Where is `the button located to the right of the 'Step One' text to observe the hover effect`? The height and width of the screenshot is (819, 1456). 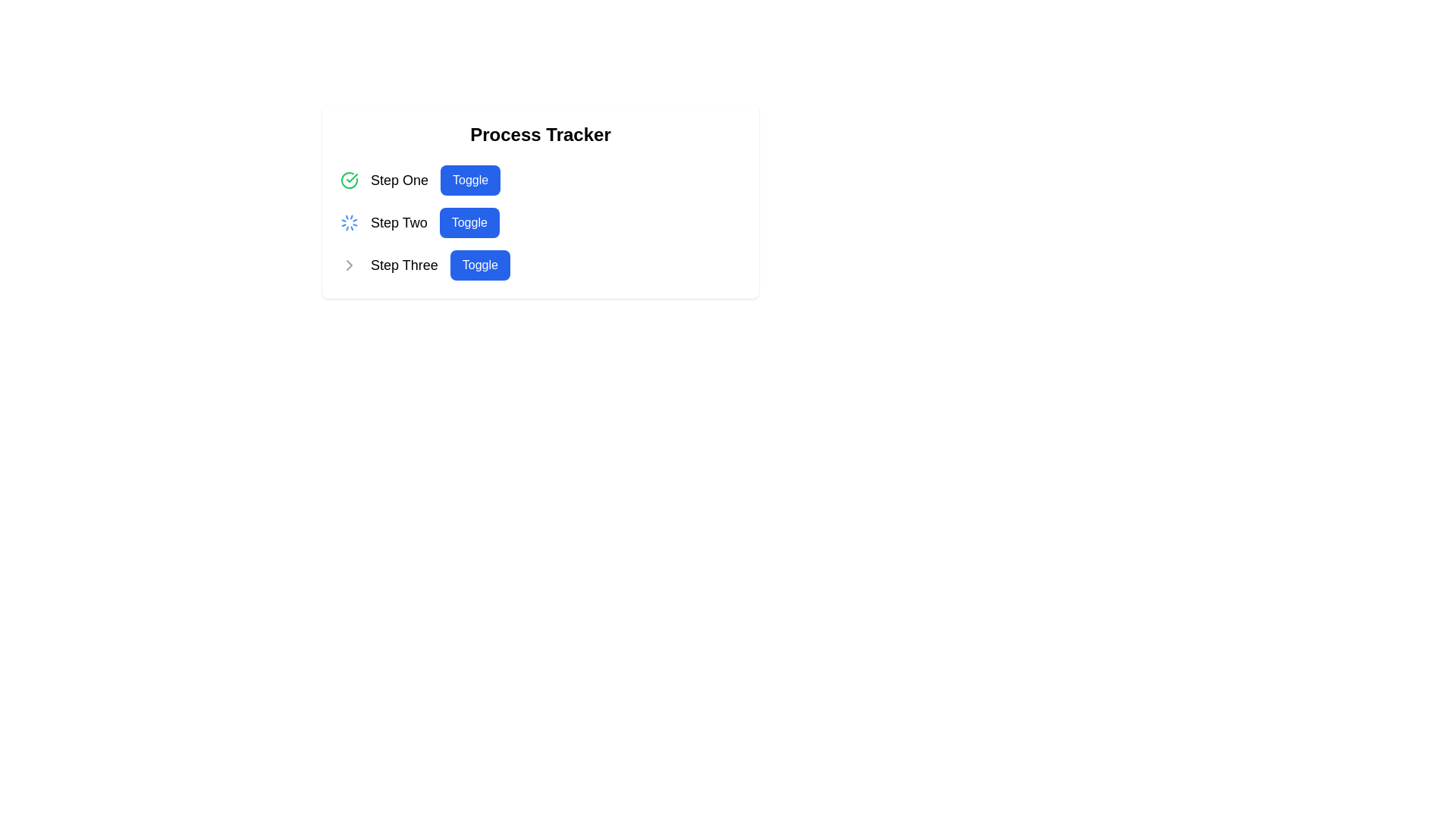
the button located to the right of the 'Step One' text to observe the hover effect is located at coordinates (469, 180).